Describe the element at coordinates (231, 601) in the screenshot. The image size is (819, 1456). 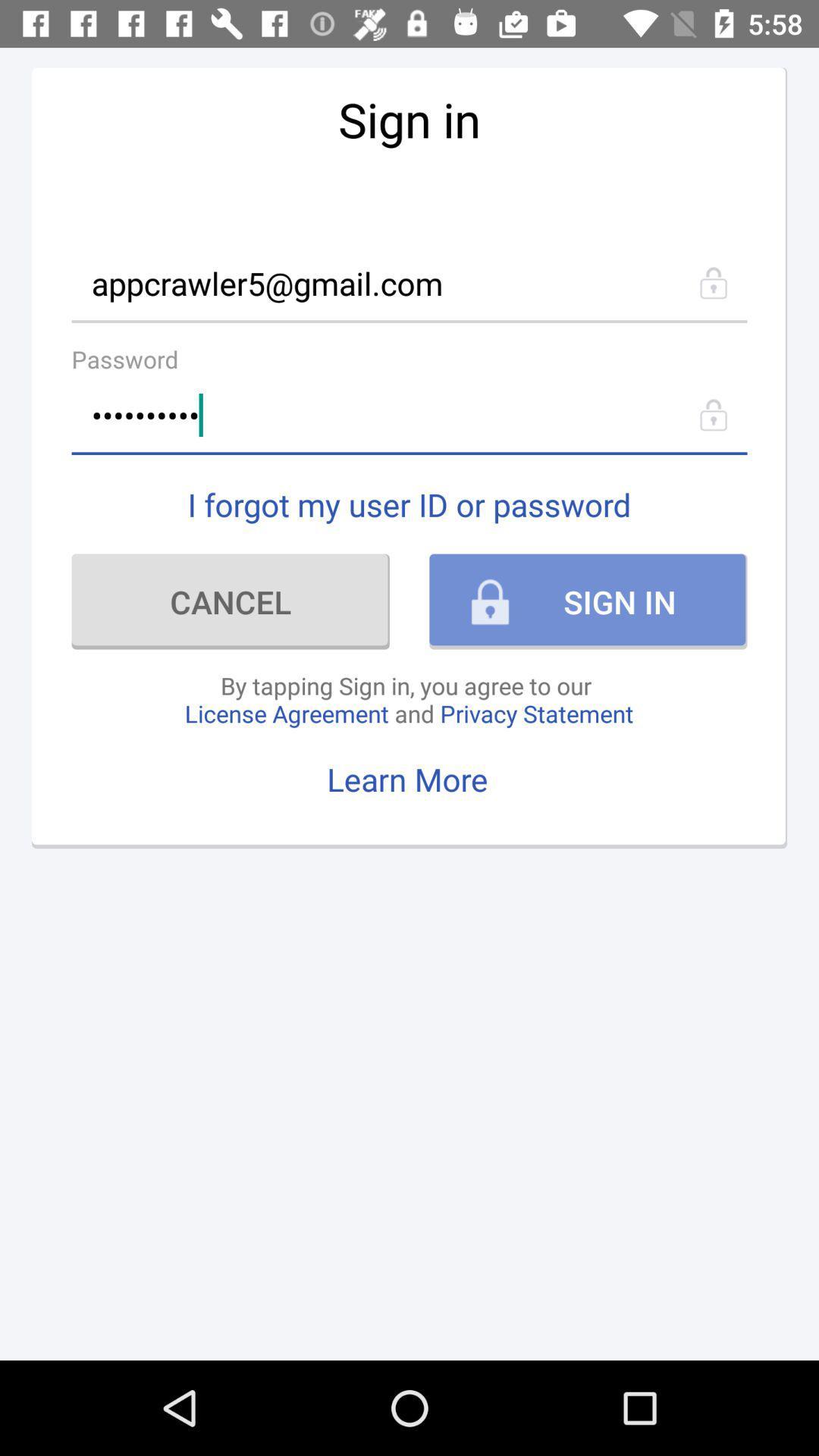
I see `the cancel on the left` at that location.